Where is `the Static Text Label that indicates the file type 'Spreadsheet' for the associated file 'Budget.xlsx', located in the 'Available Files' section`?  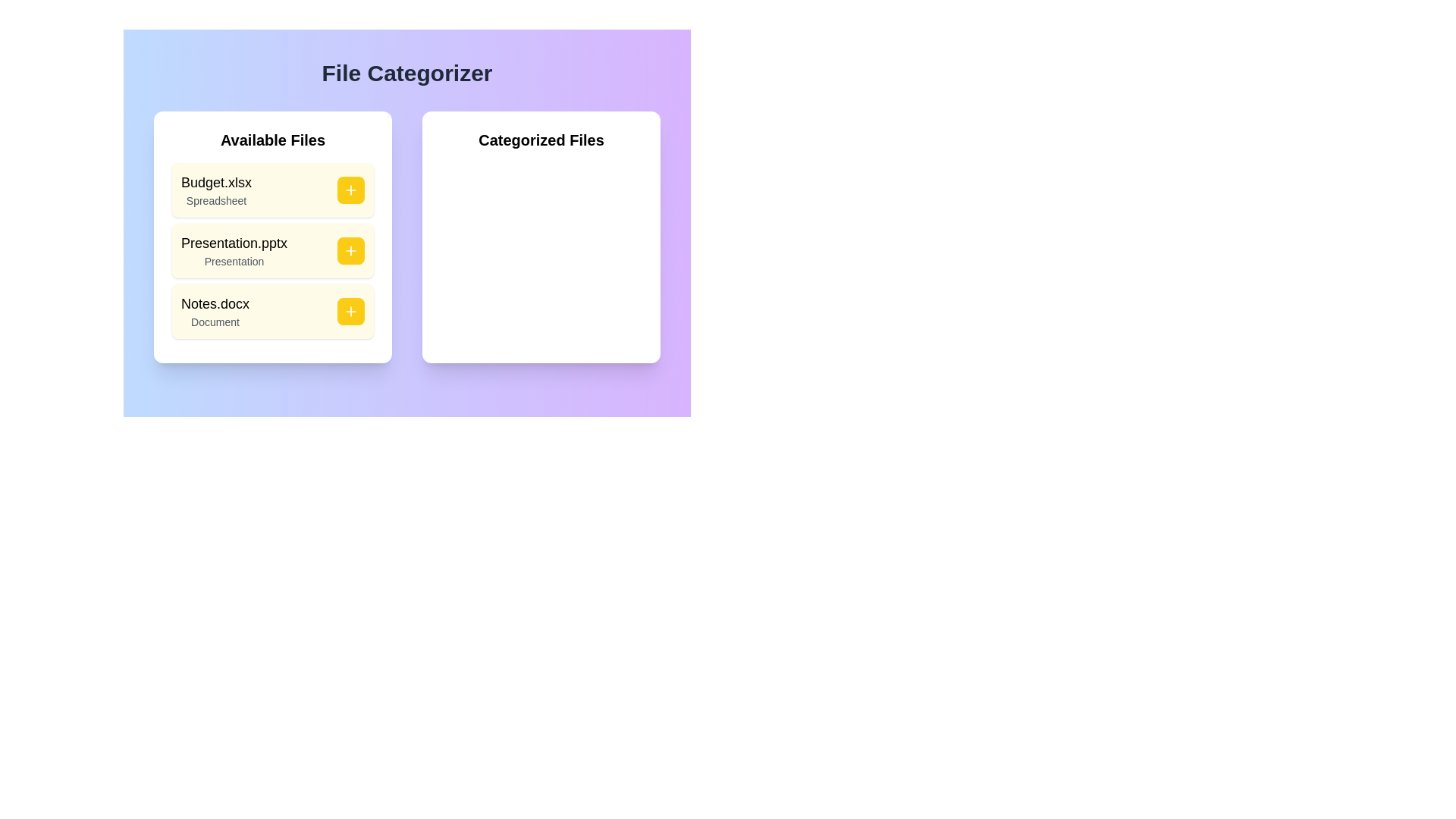
the Static Text Label that indicates the file type 'Spreadsheet' for the associated file 'Budget.xlsx', located in the 'Available Files' section is located at coordinates (215, 200).